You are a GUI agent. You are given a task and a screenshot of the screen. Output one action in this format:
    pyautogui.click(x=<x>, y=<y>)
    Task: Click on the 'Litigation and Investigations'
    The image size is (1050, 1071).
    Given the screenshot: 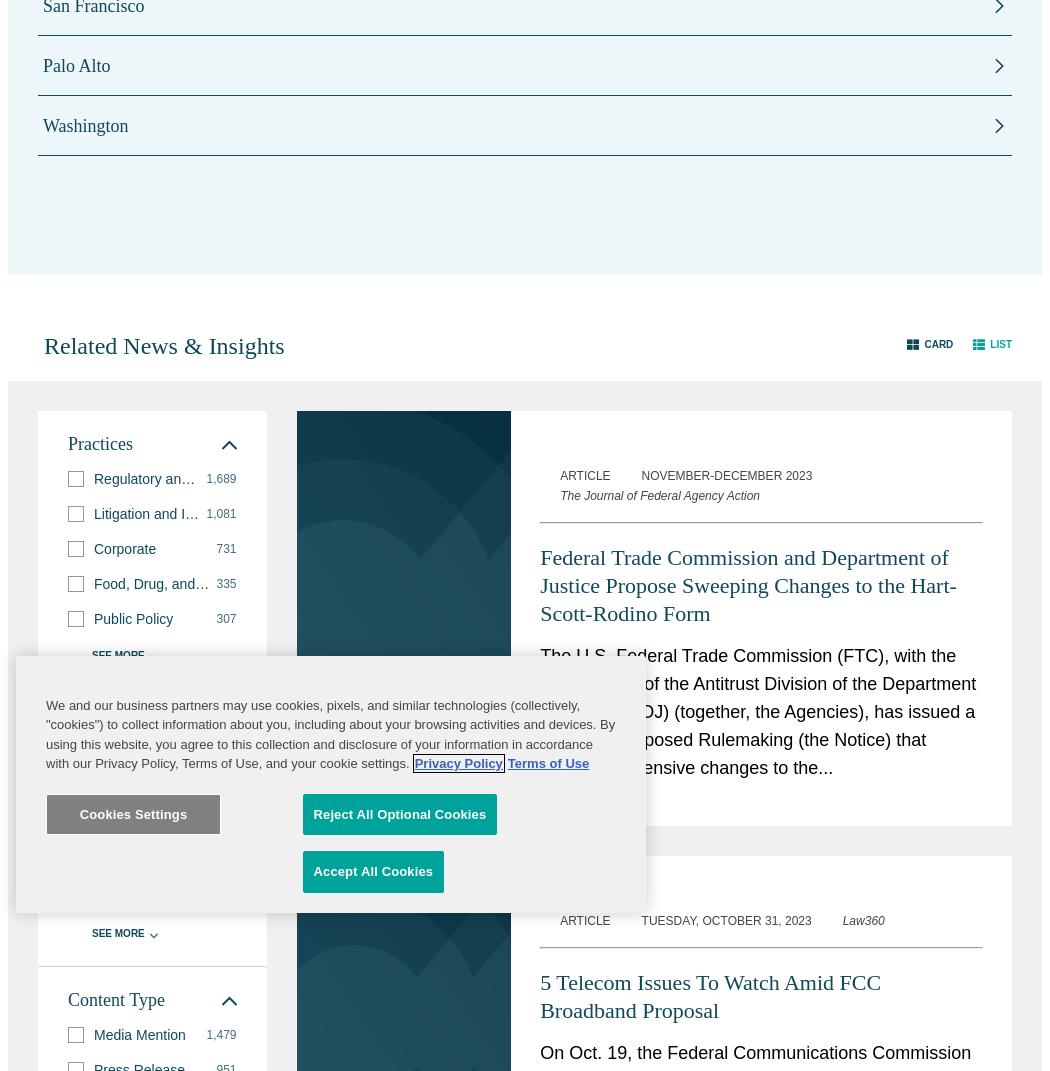 What is the action you would take?
    pyautogui.click(x=179, y=512)
    